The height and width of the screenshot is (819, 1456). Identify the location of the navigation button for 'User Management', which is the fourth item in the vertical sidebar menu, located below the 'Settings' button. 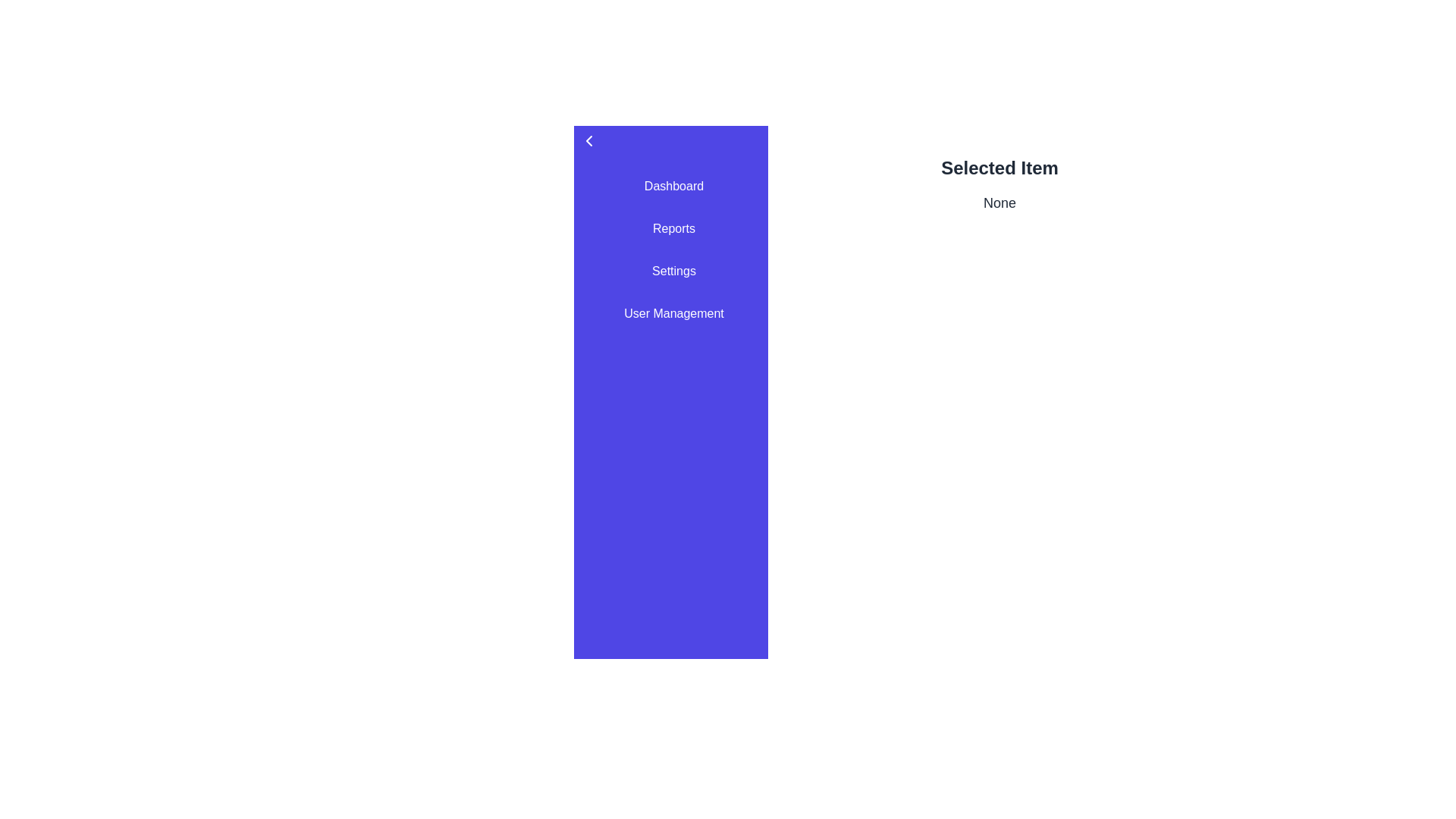
(673, 312).